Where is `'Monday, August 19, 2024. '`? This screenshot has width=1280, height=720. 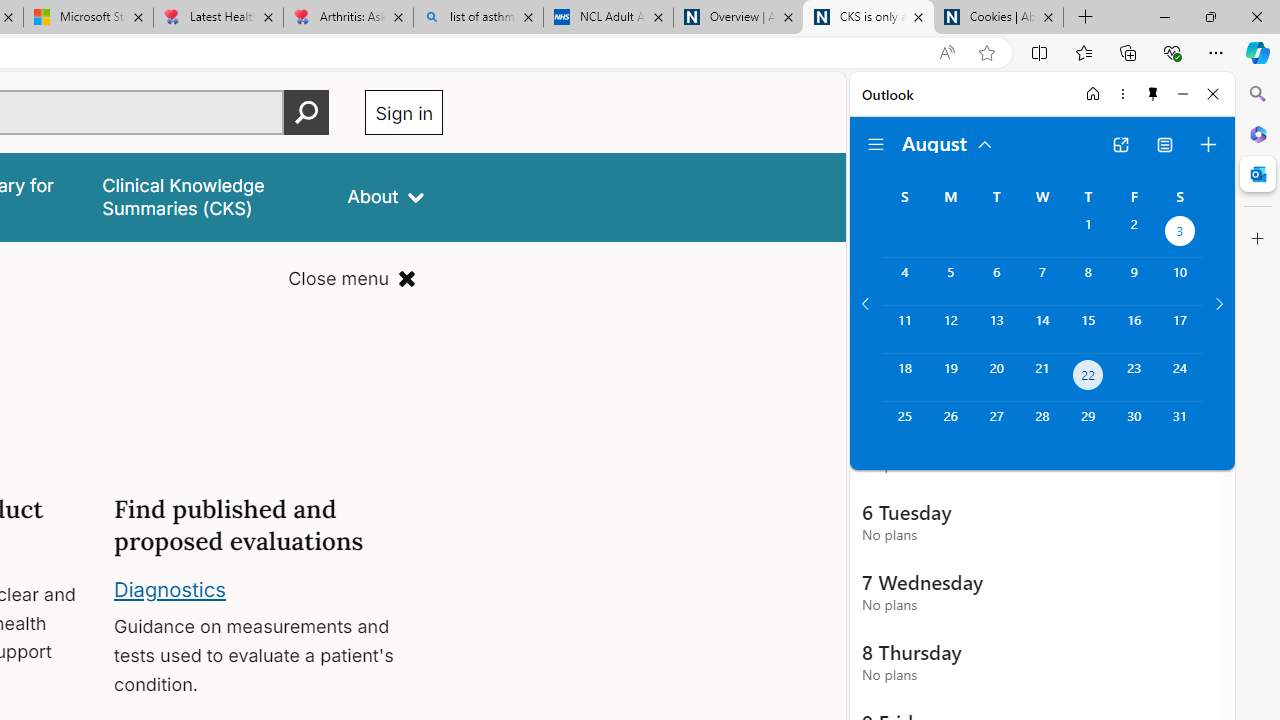 'Monday, August 19, 2024. ' is located at coordinates (949, 377).